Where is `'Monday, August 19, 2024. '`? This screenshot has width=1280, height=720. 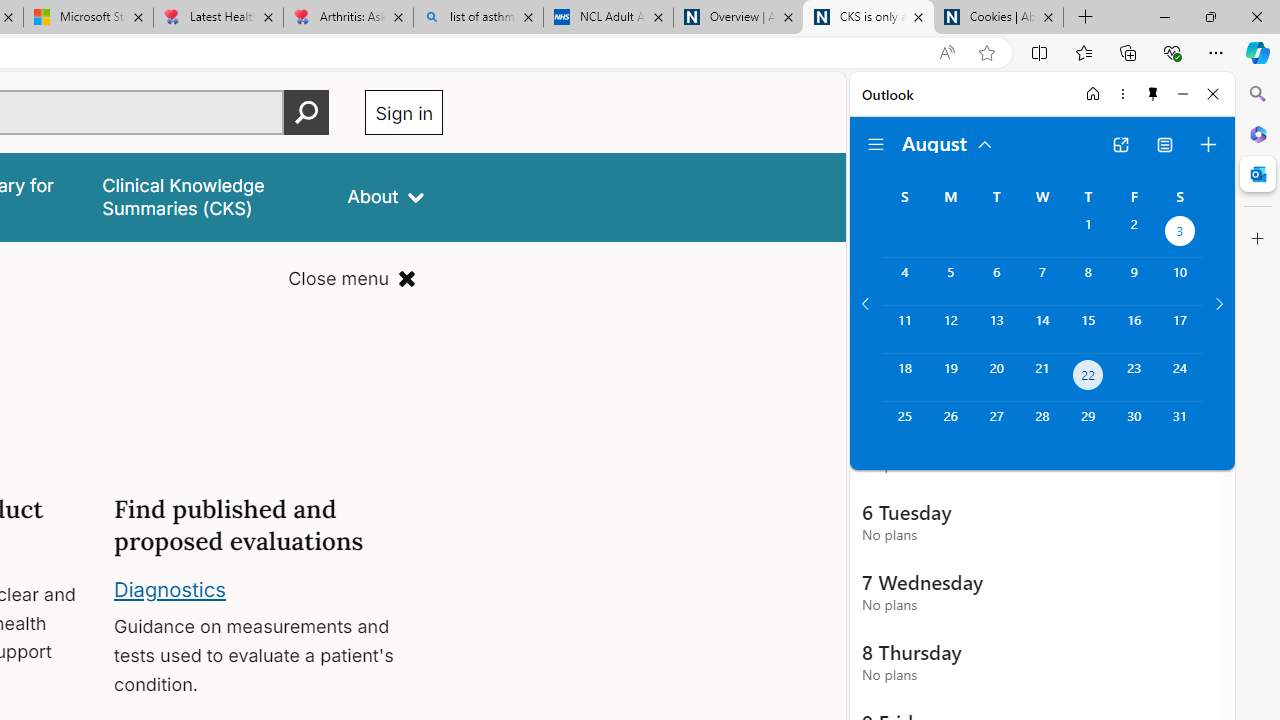 'Monday, August 19, 2024. ' is located at coordinates (949, 377).